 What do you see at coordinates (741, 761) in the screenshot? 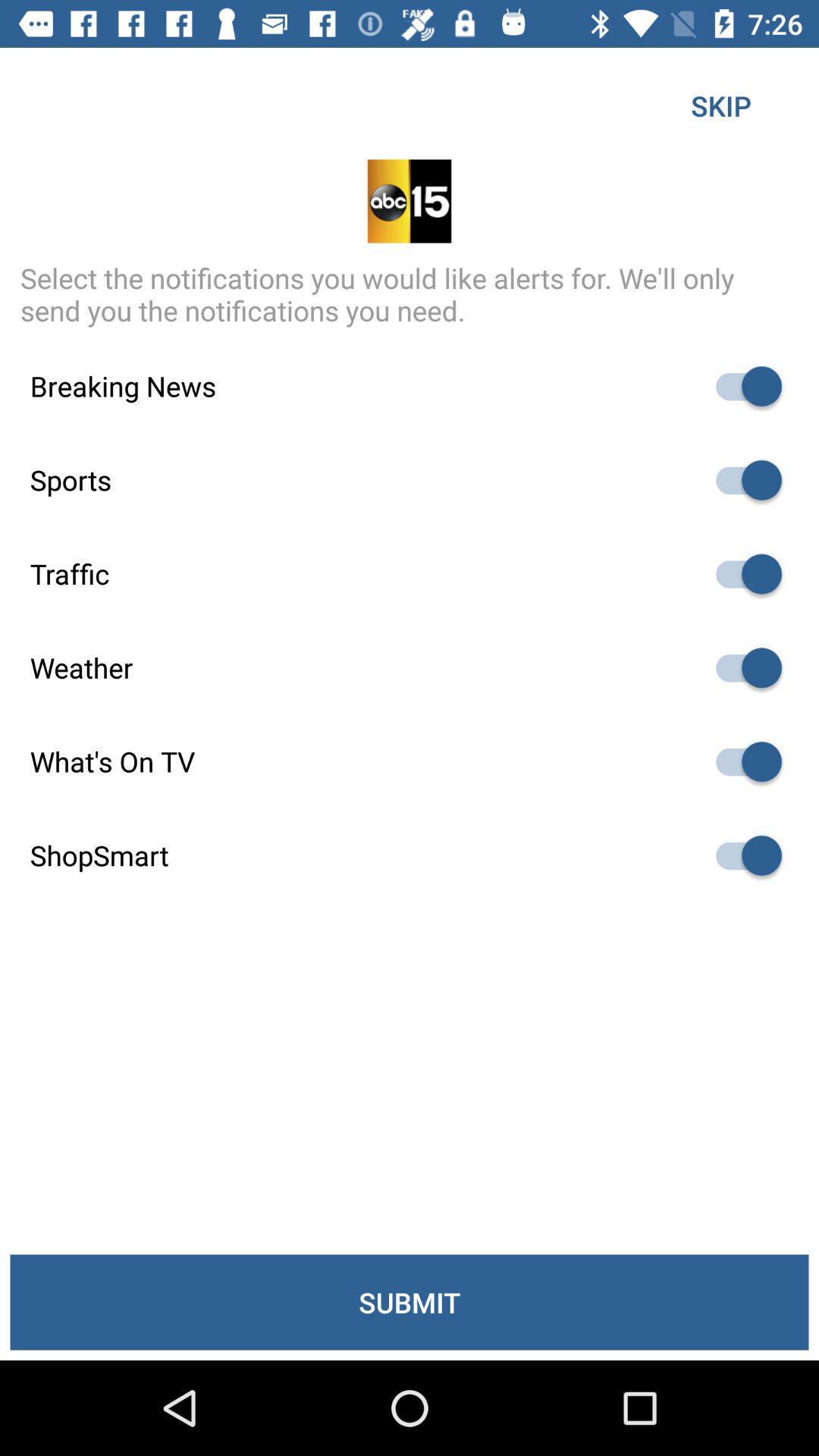
I see `taggle the autoplay option` at bounding box center [741, 761].